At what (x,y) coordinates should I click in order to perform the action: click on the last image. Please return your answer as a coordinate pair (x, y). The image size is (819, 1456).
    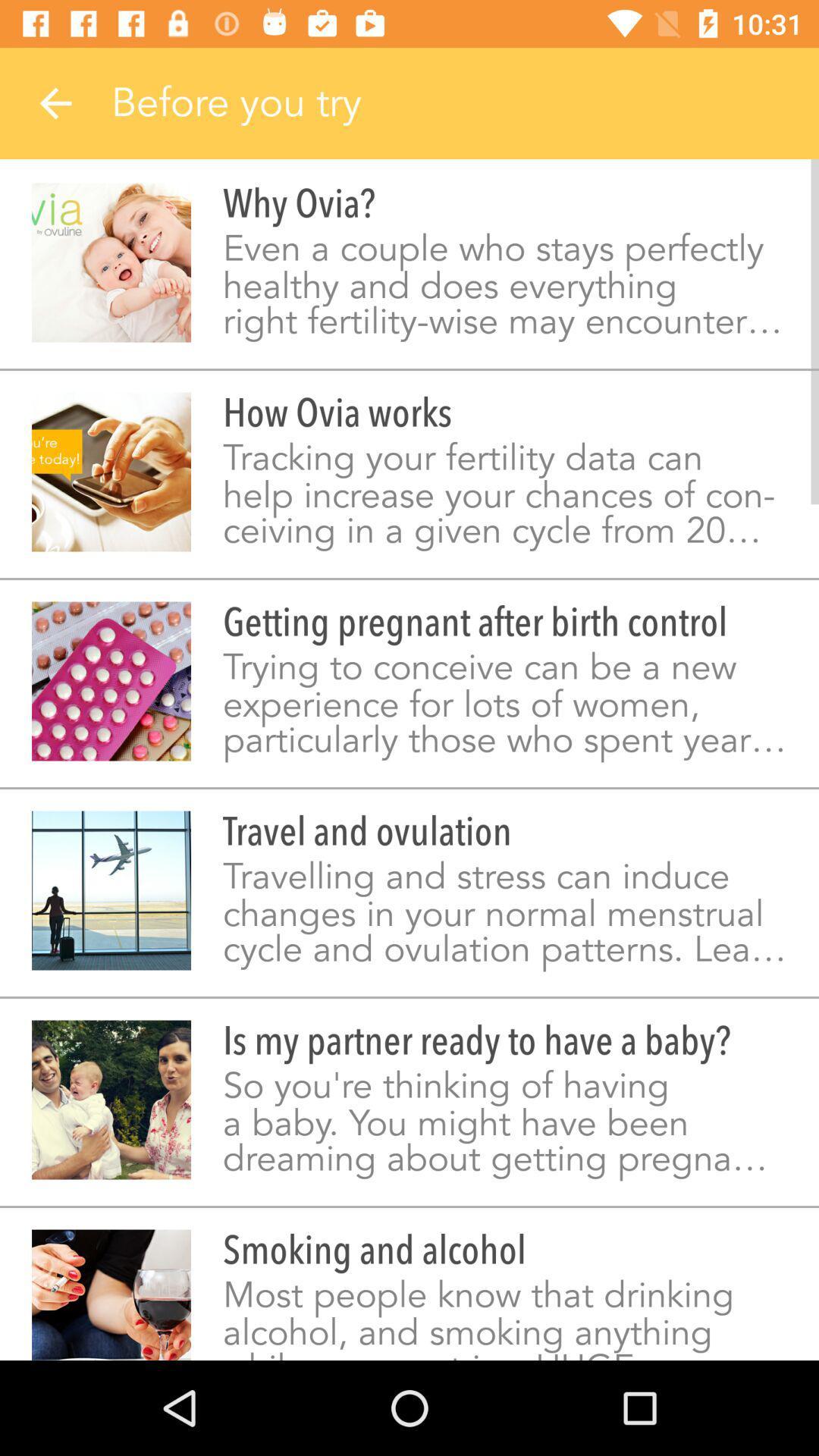
    Looking at the image, I should click on (110, 1294).